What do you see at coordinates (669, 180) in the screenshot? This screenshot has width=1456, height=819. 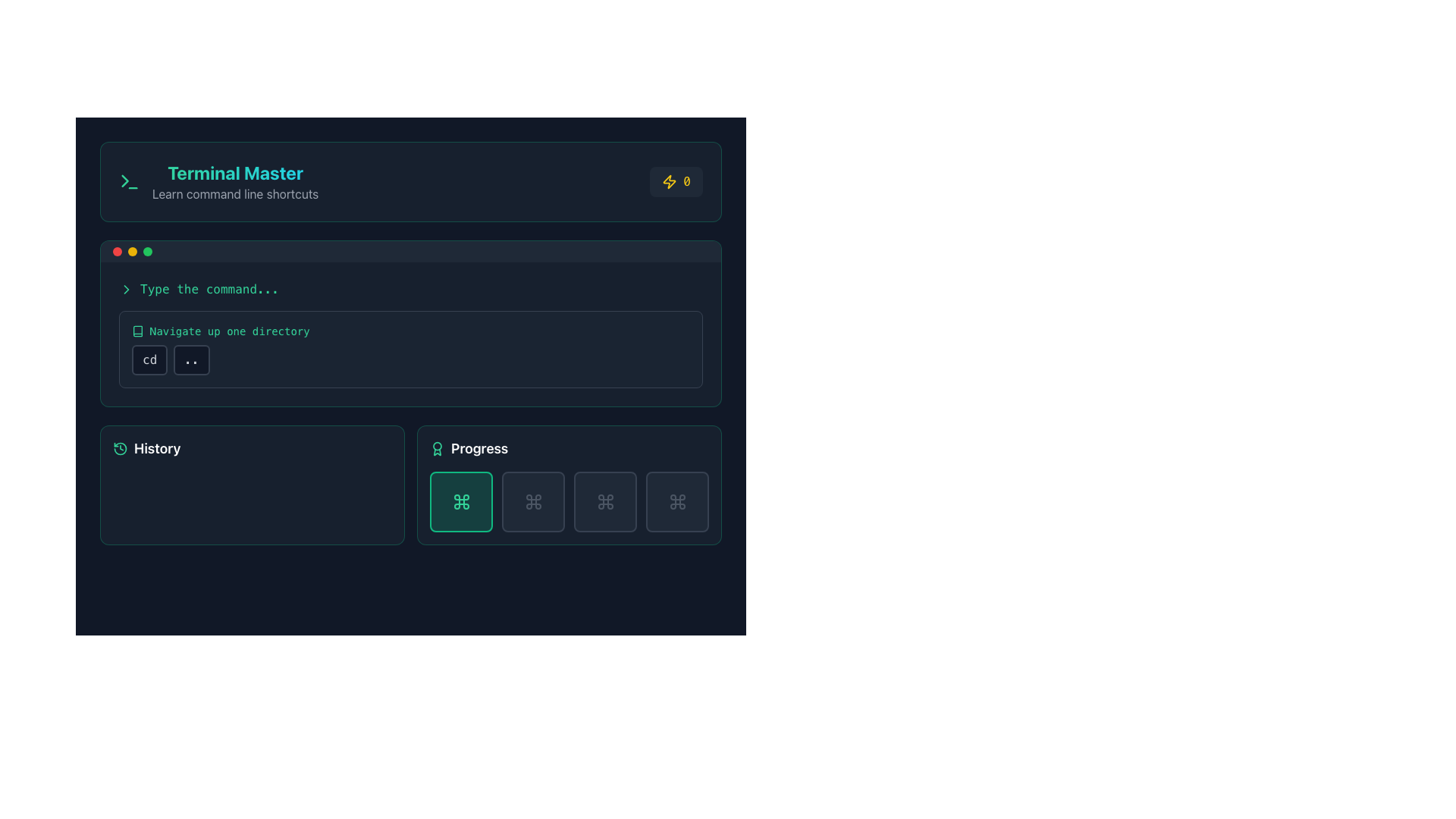 I see `the small yellow lightning bolt icon located at the top right corner of the application interface, which is part of a horizontally aligned group of three elements` at bounding box center [669, 180].